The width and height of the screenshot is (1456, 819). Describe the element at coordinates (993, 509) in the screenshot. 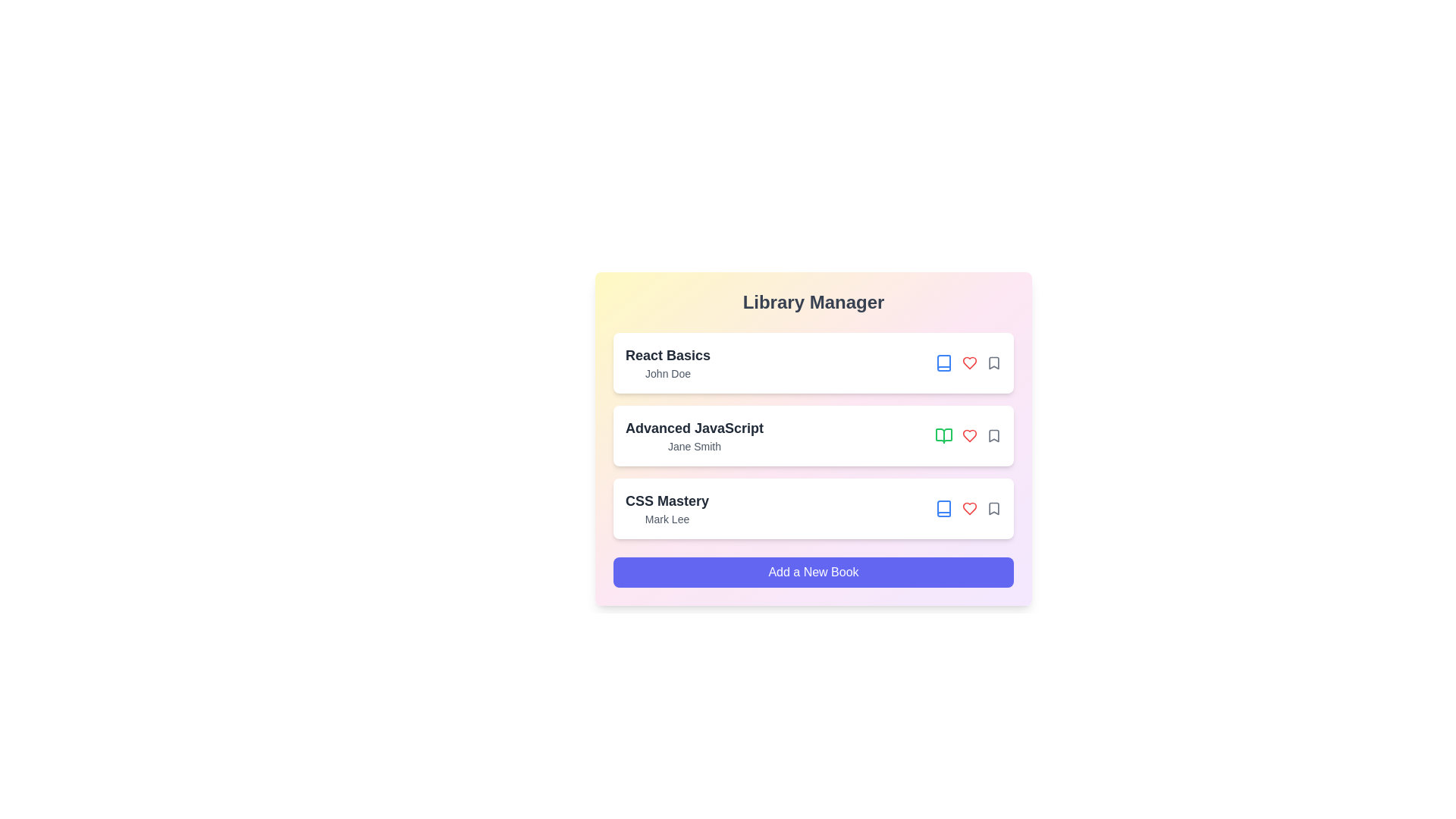

I see `the bookmark icon for the book titled 'CSS Mastery'` at that location.